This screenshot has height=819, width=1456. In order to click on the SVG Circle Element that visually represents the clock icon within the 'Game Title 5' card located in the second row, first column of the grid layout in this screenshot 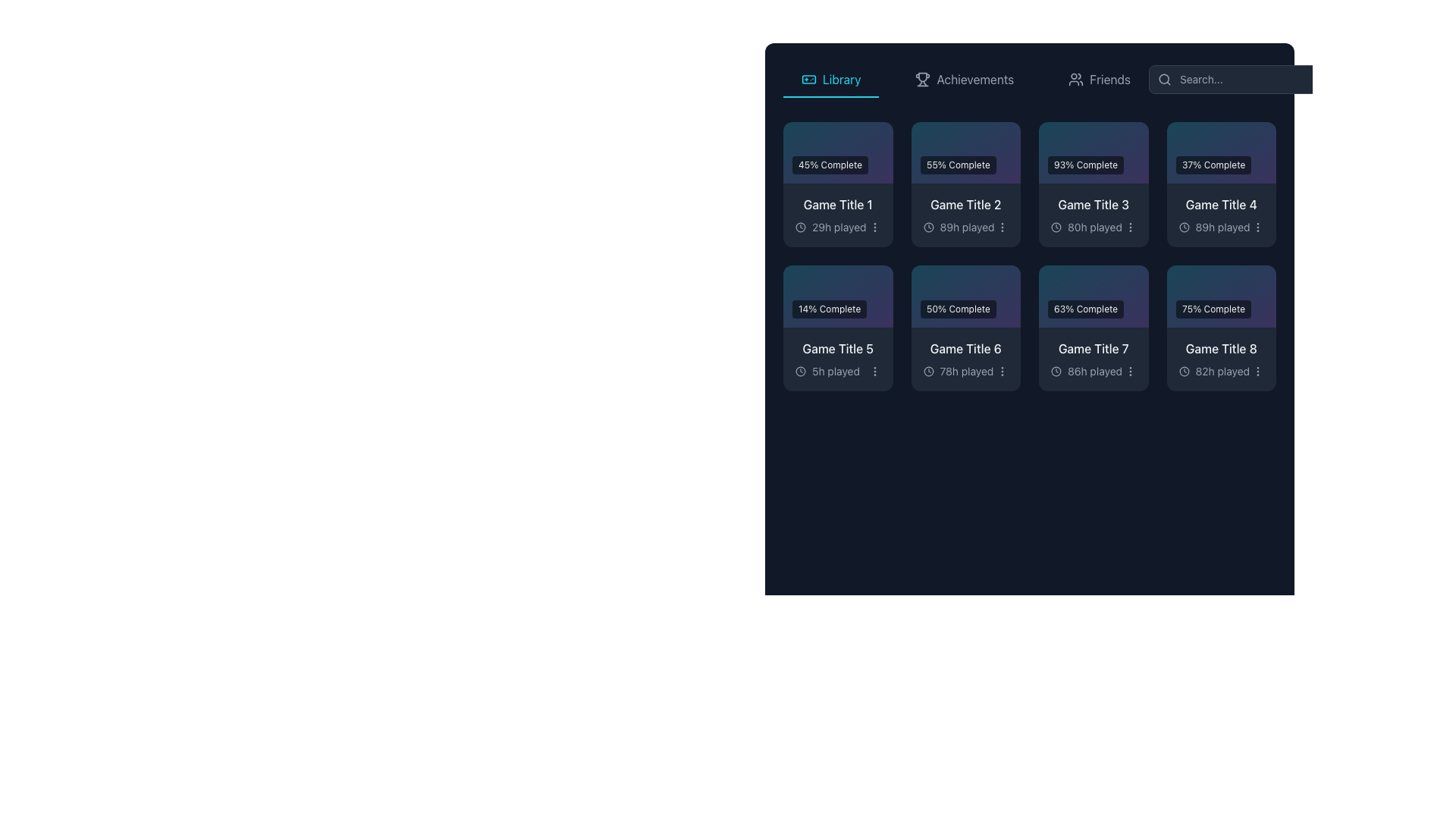, I will do `click(800, 371)`.